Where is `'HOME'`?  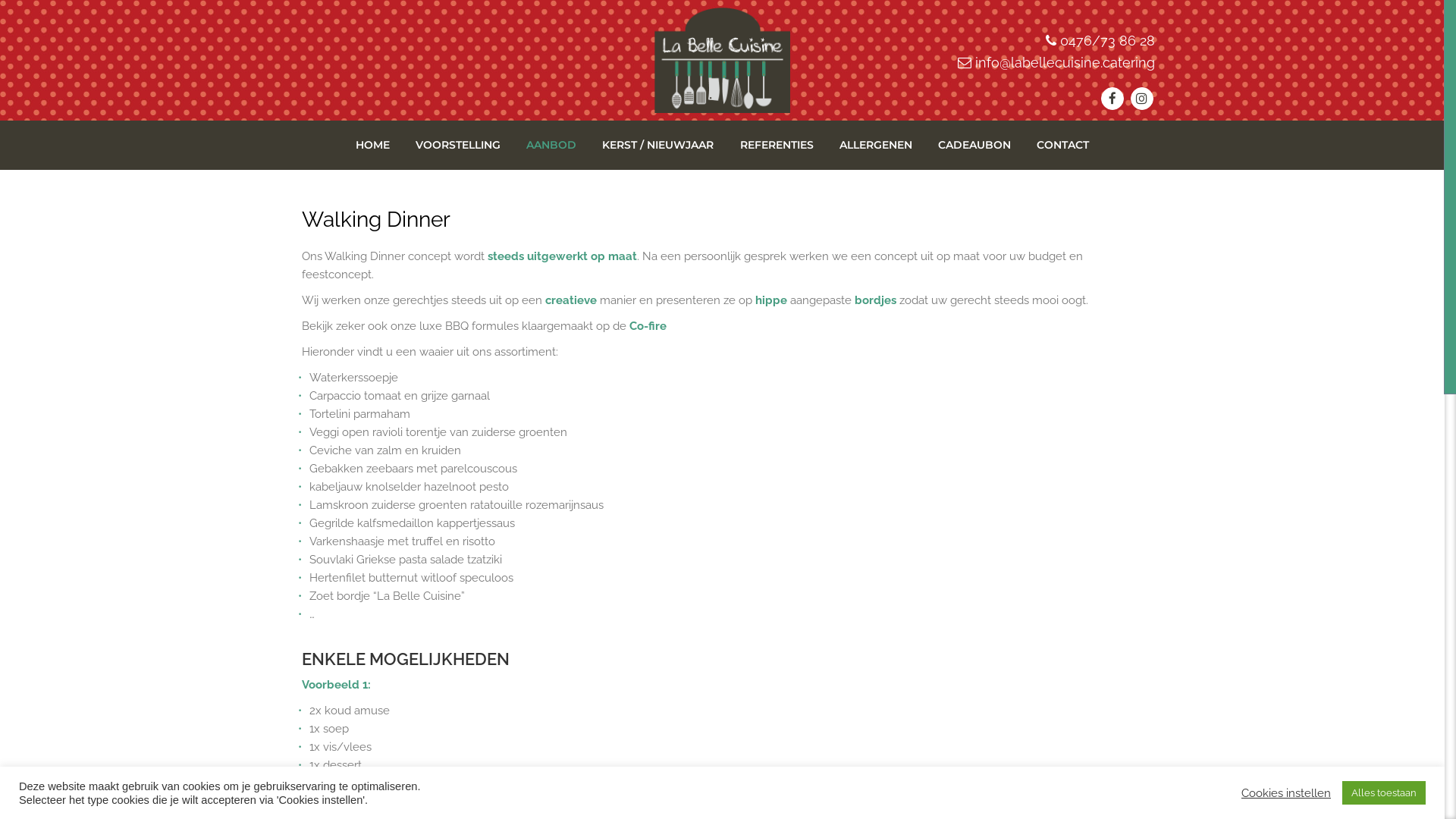 'HOME' is located at coordinates (372, 145).